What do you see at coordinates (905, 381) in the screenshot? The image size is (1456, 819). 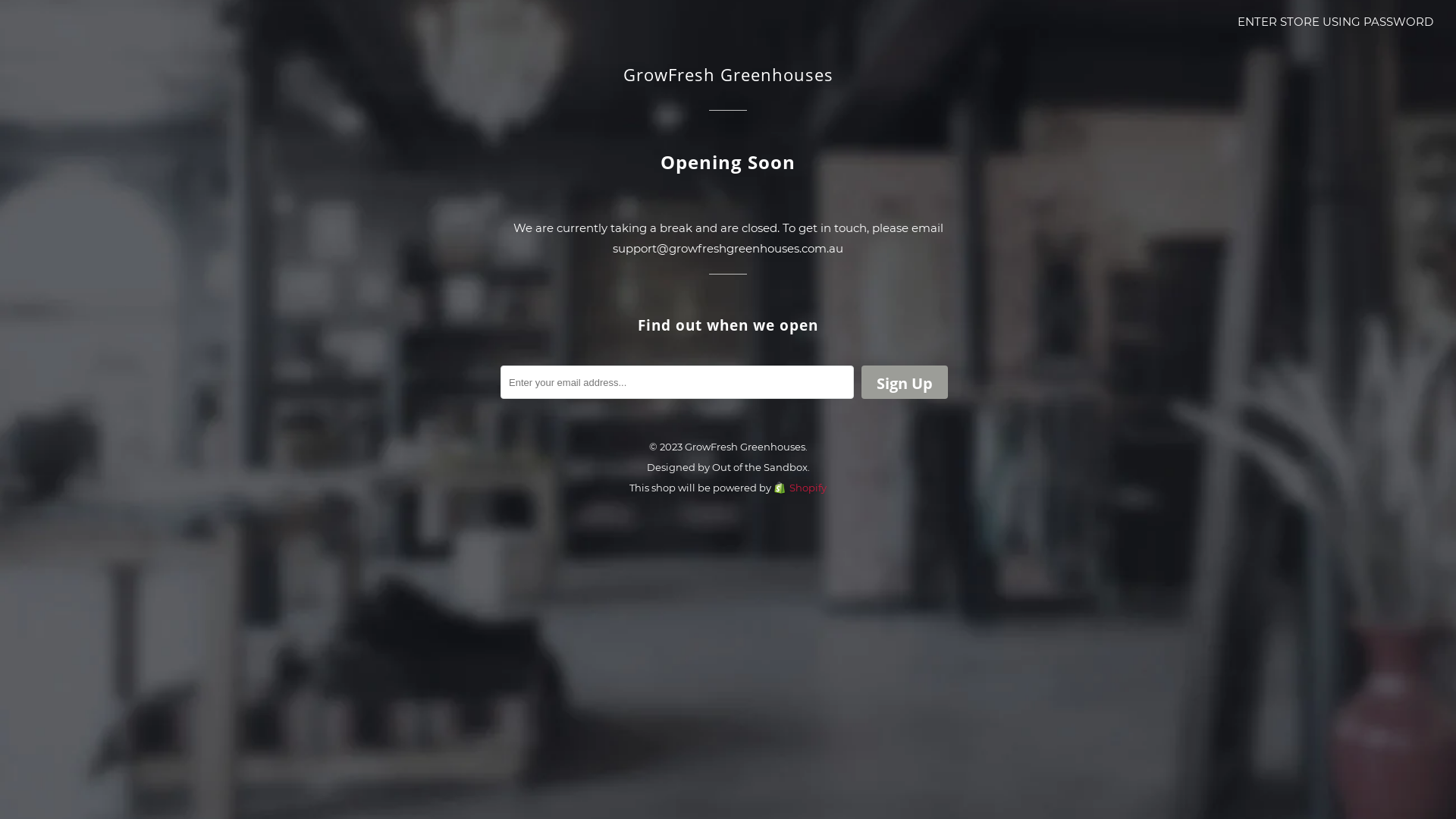 I see `'Sign Up'` at bounding box center [905, 381].